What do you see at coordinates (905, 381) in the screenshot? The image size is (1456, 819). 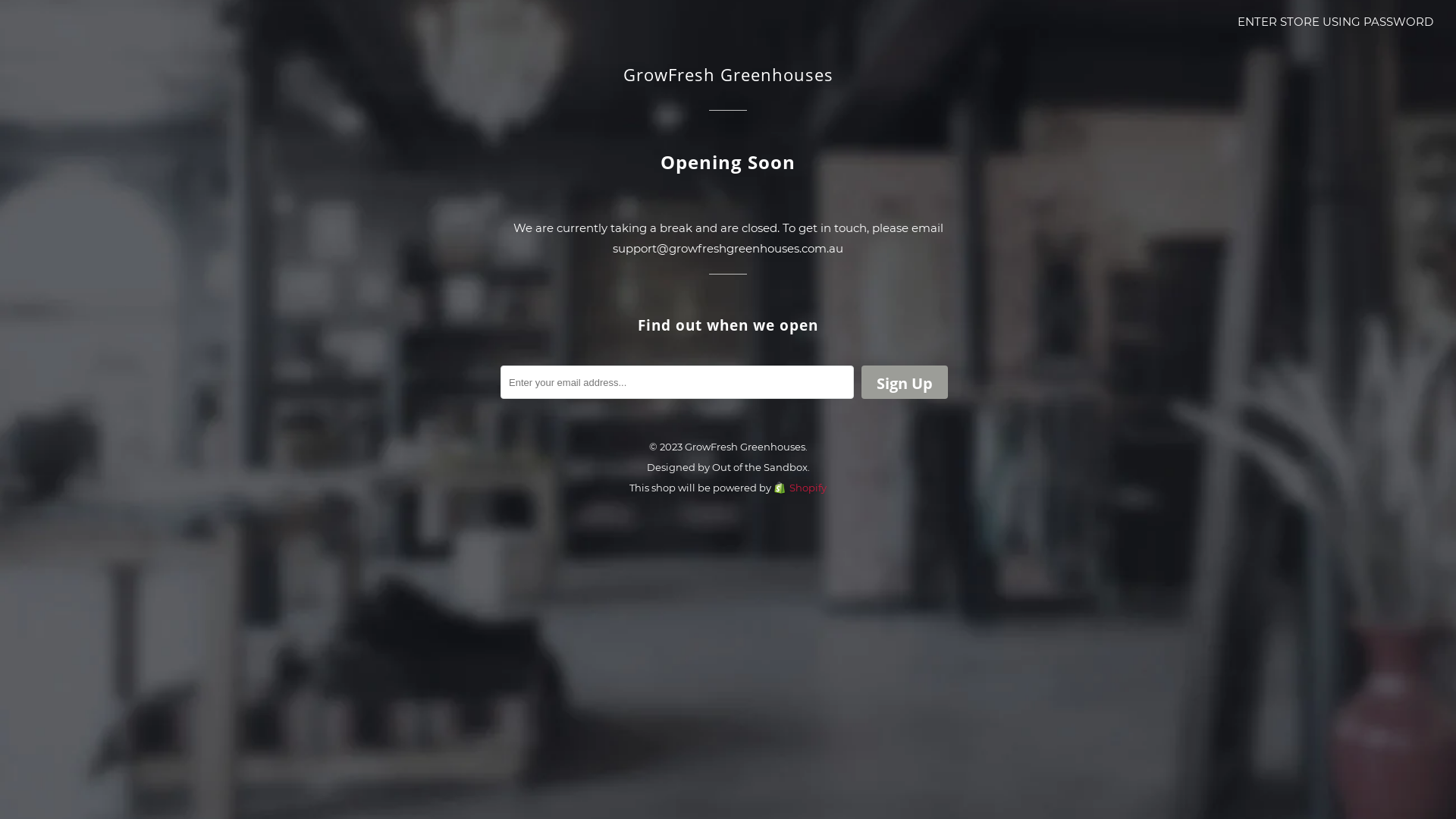 I see `'Sign Up'` at bounding box center [905, 381].